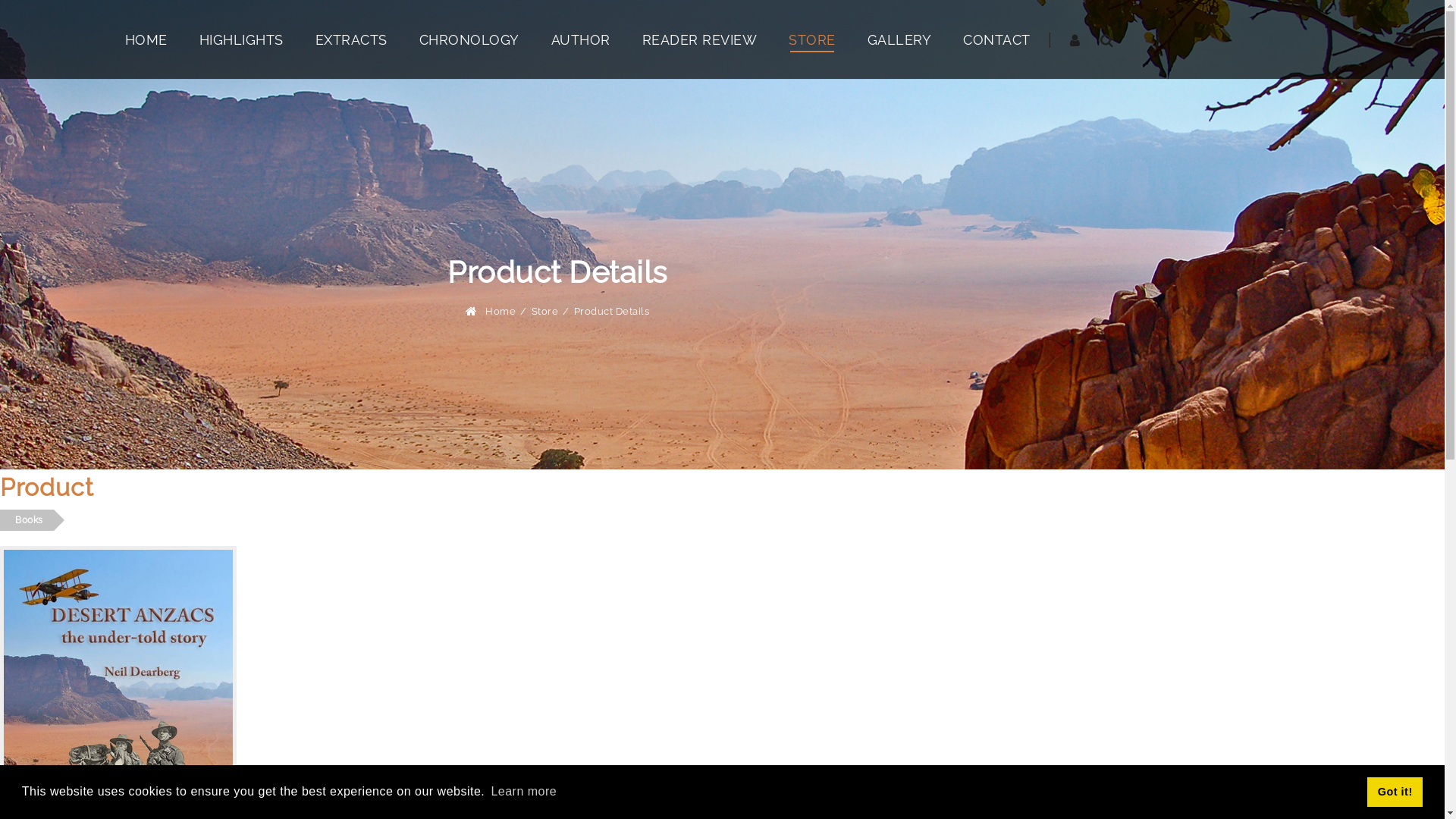  I want to click on 'Store', so click(544, 310).